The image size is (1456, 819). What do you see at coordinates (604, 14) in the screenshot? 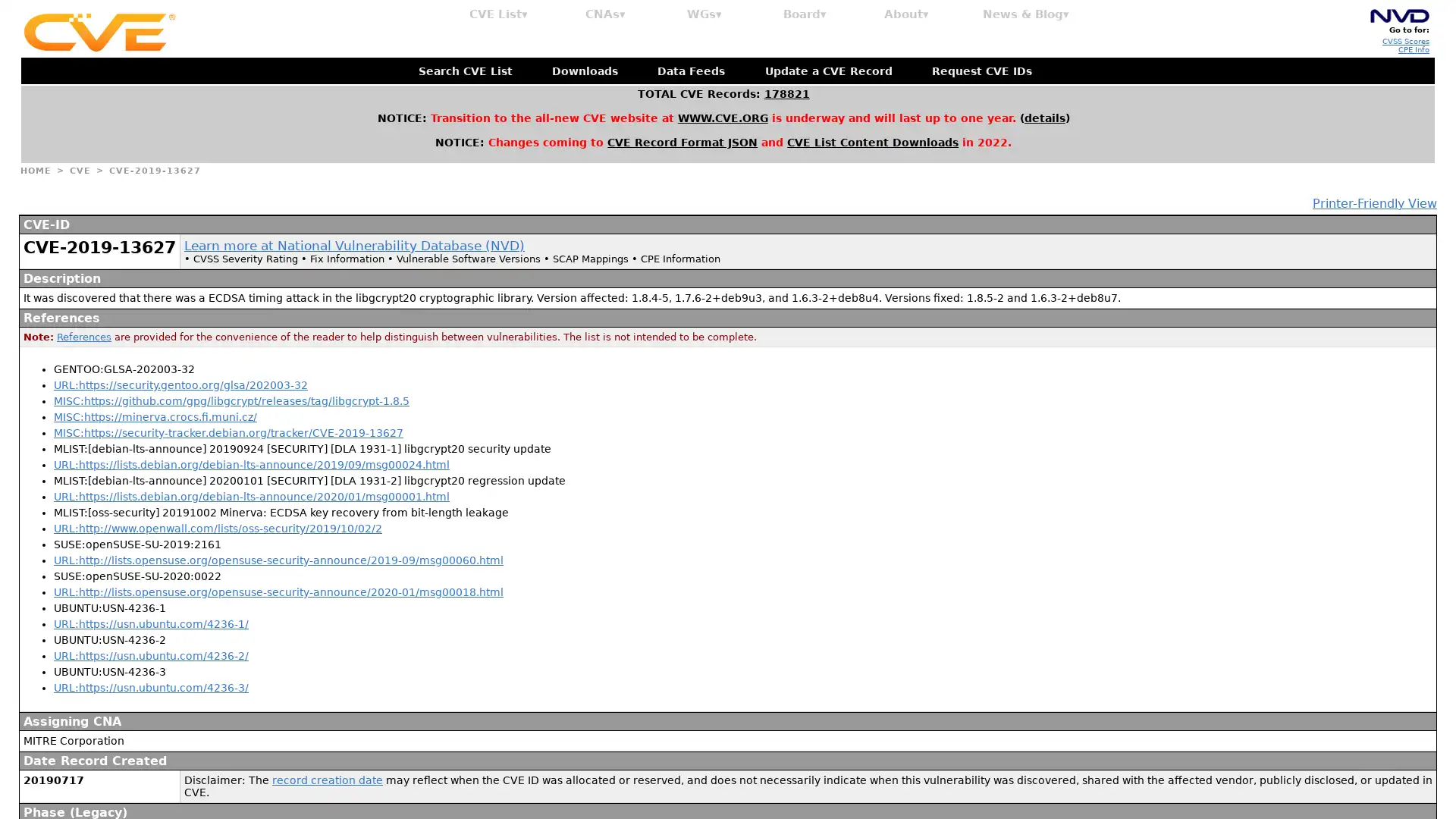
I see `CNAs` at bounding box center [604, 14].